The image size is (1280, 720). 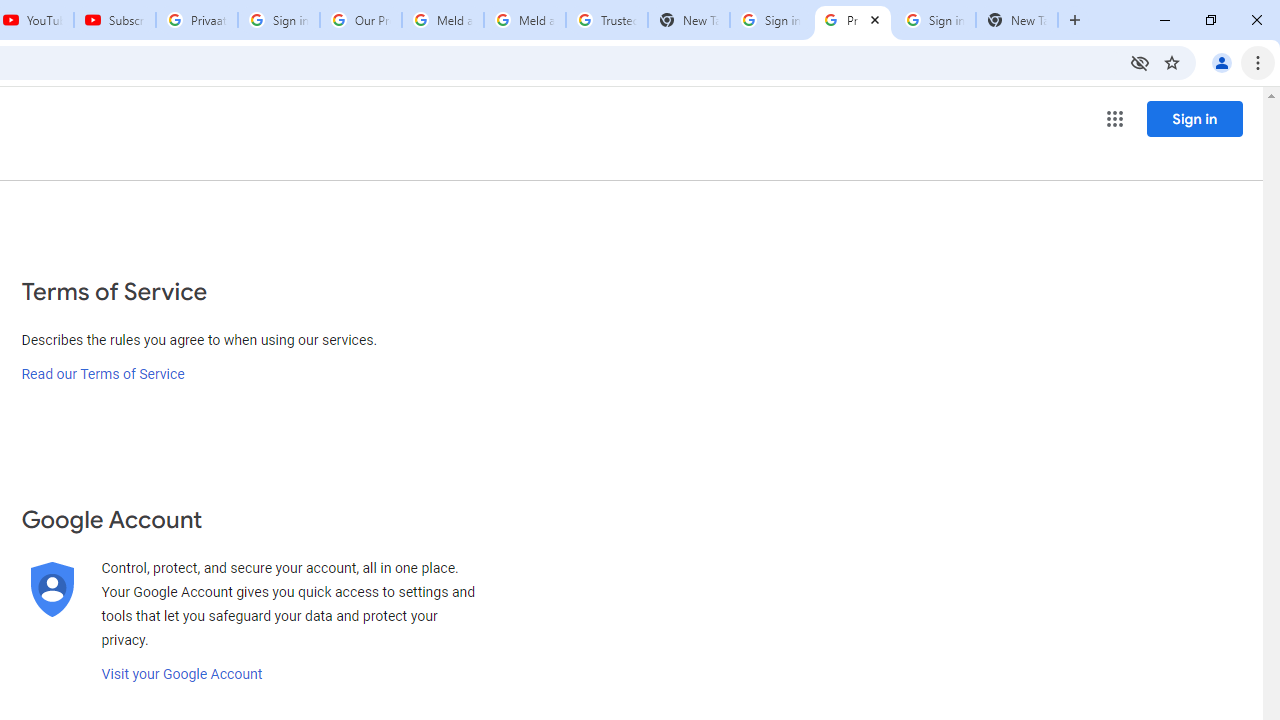 I want to click on 'Sign in - Google Accounts', so click(x=769, y=20).